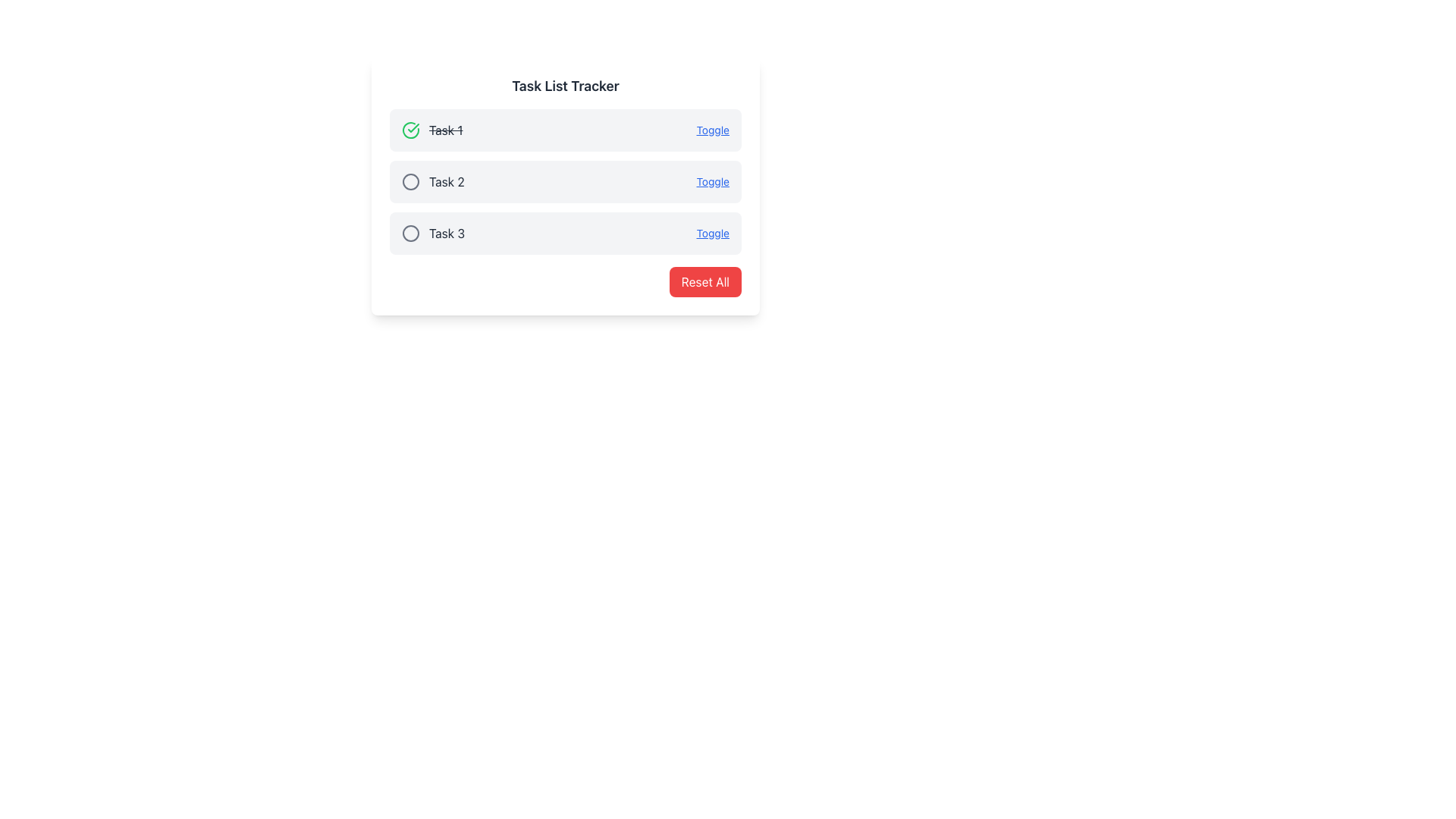 The image size is (1456, 819). Describe the element at coordinates (411, 130) in the screenshot. I see `the green check-mark icon that is positioned at the beginning of the 'Task 1' line in the task list` at that location.